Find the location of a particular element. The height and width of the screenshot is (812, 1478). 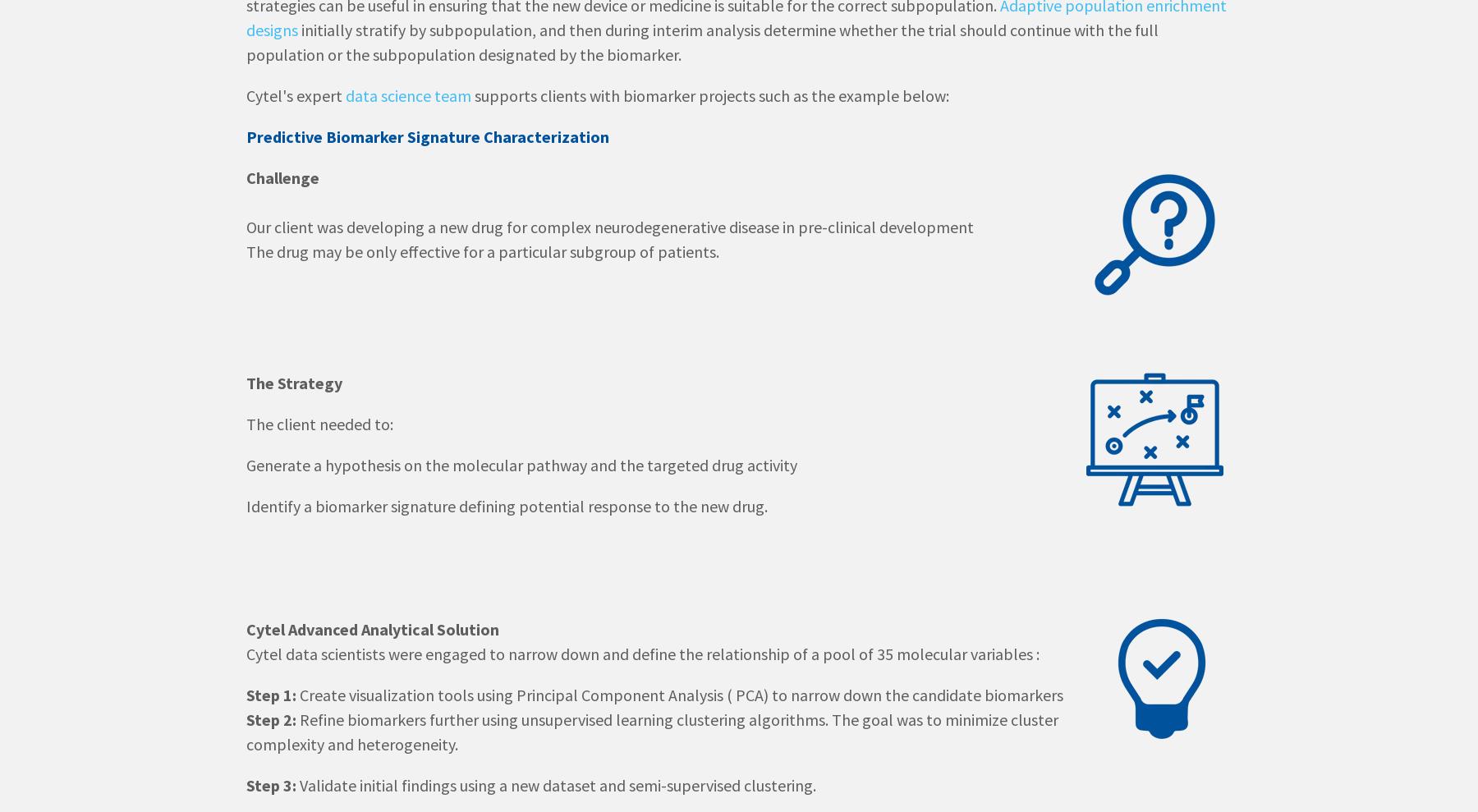

'The drug may be only effective for a particular subgroup of patients.' is located at coordinates (483, 251).